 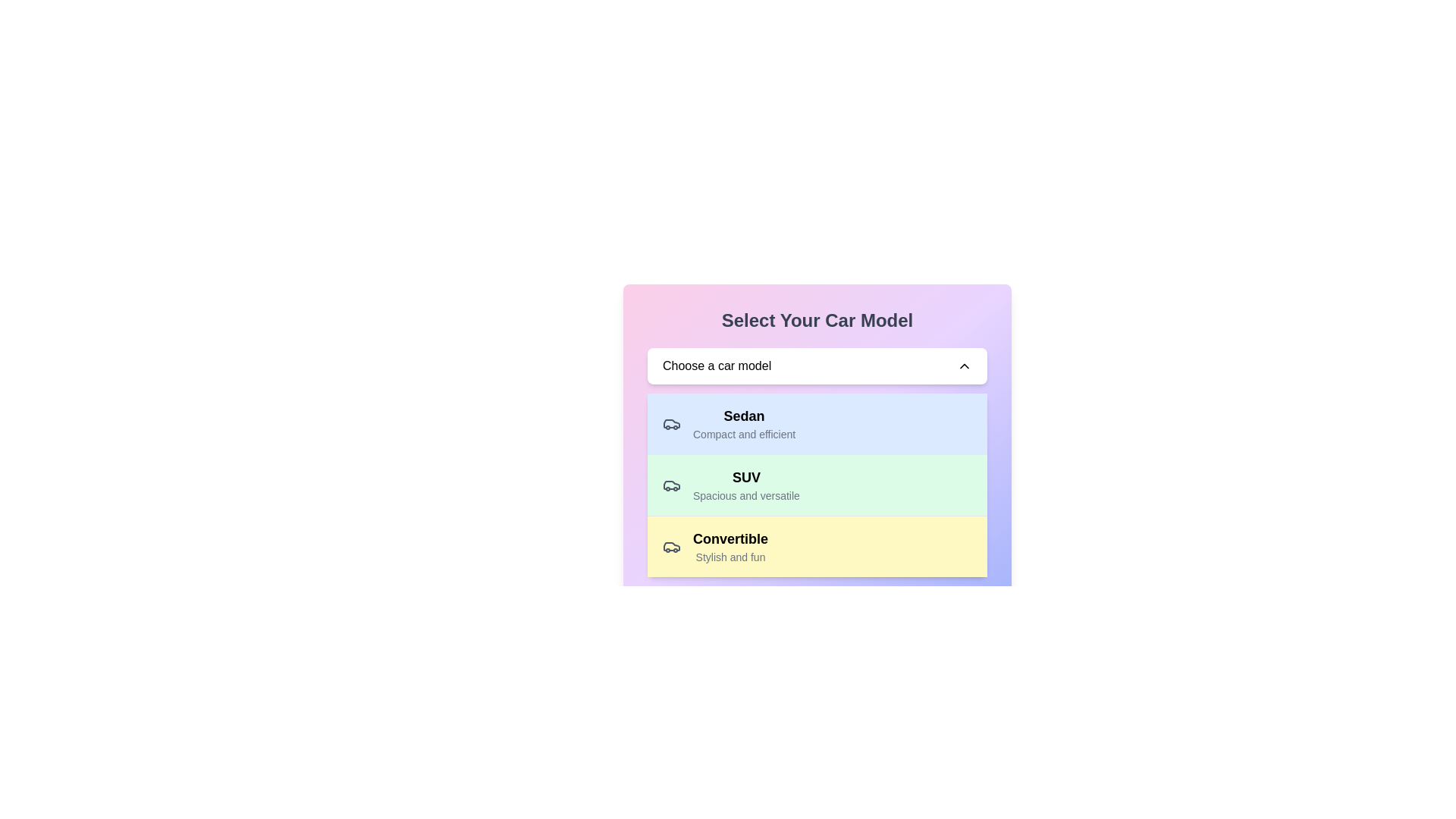 I want to click on the static car icon representing the SUV option in the dropdown menu, which is a non-interactive graphical representation, so click(x=671, y=485).